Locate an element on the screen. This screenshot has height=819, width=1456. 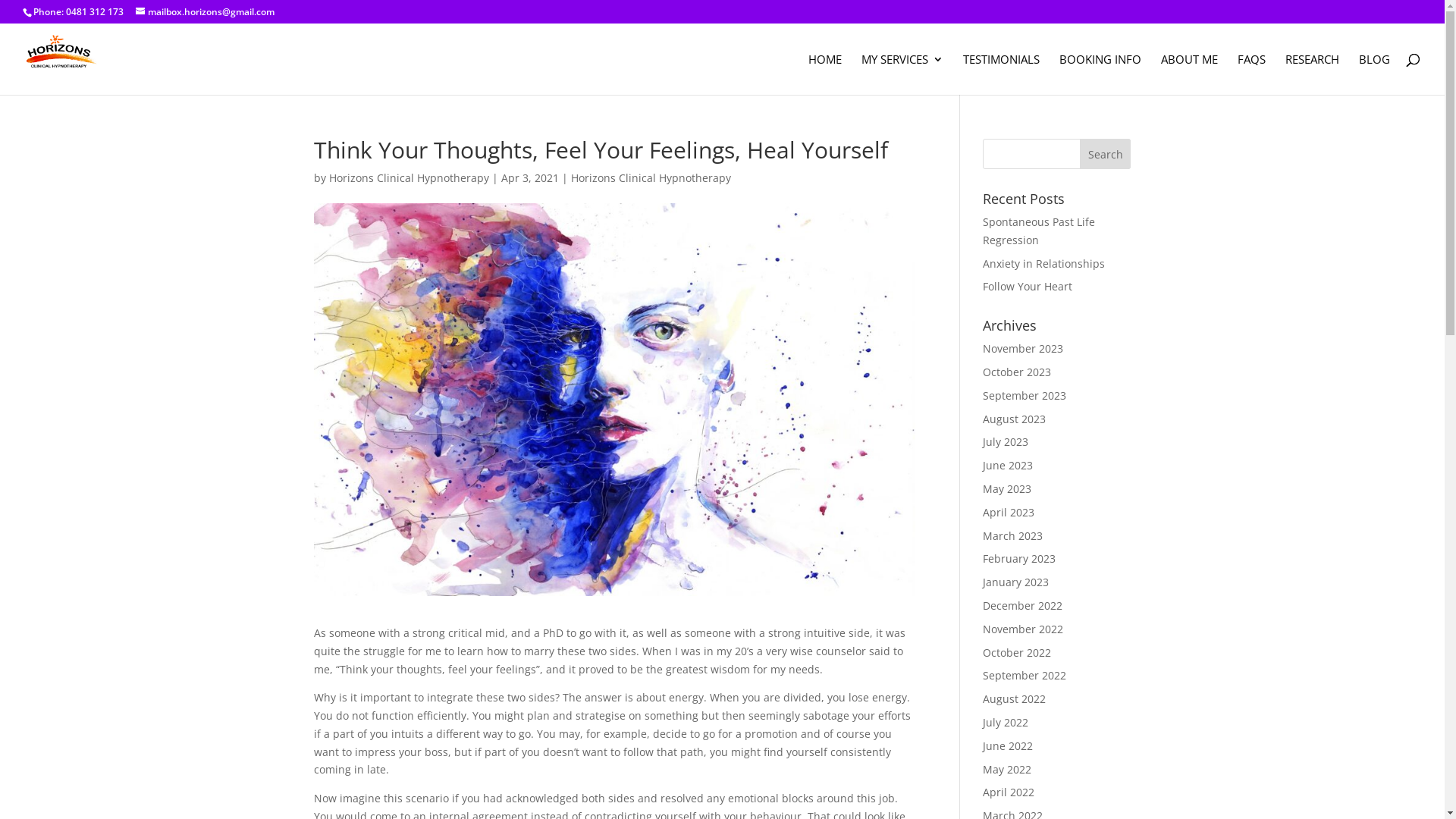
'October 2023' is located at coordinates (1016, 372).